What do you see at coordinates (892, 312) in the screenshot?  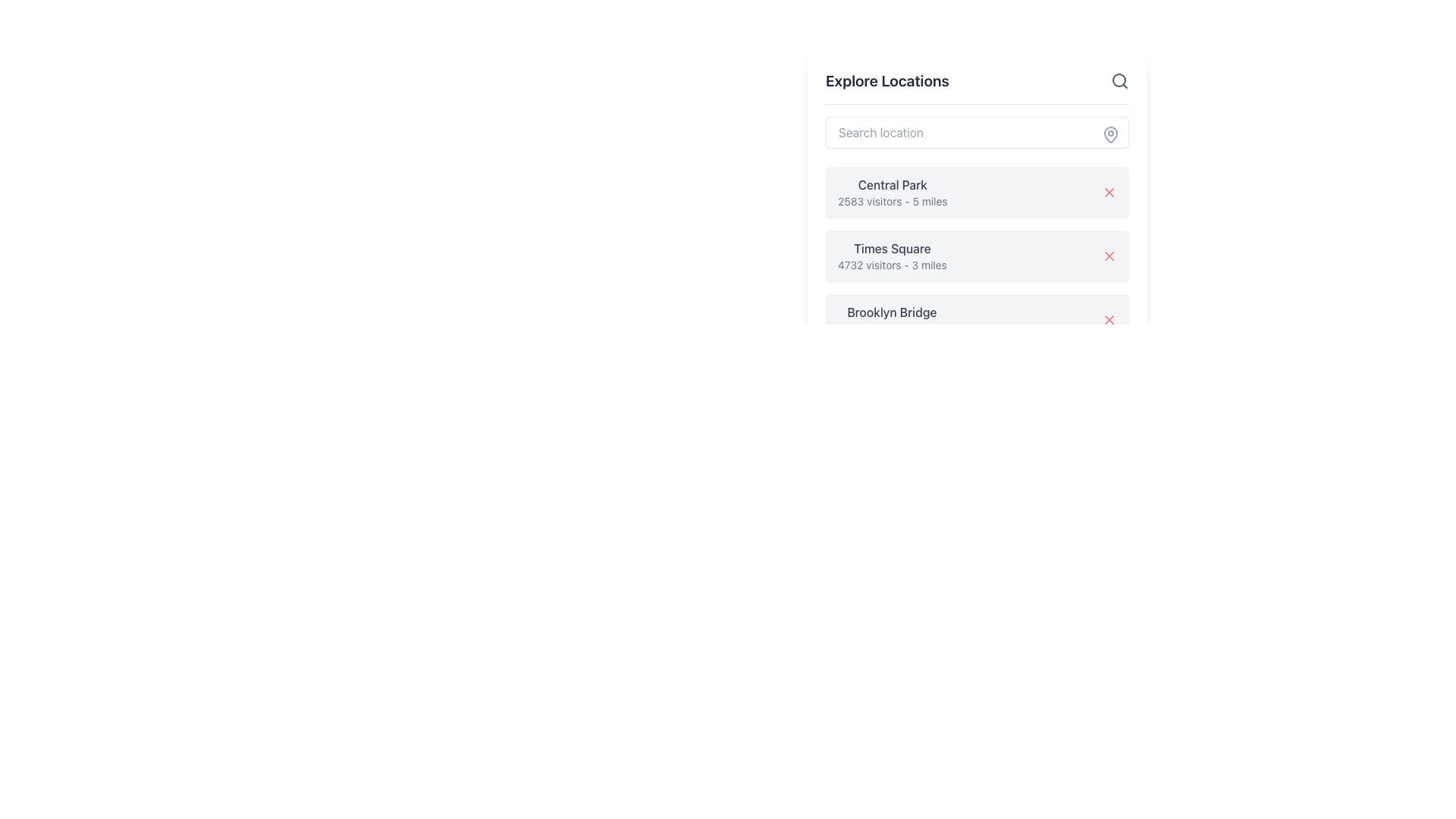 I see `text of the static label displaying 'Brooklyn Bridge', which is positioned under the heading 'Explore Locations' in a list-like interface` at bounding box center [892, 312].